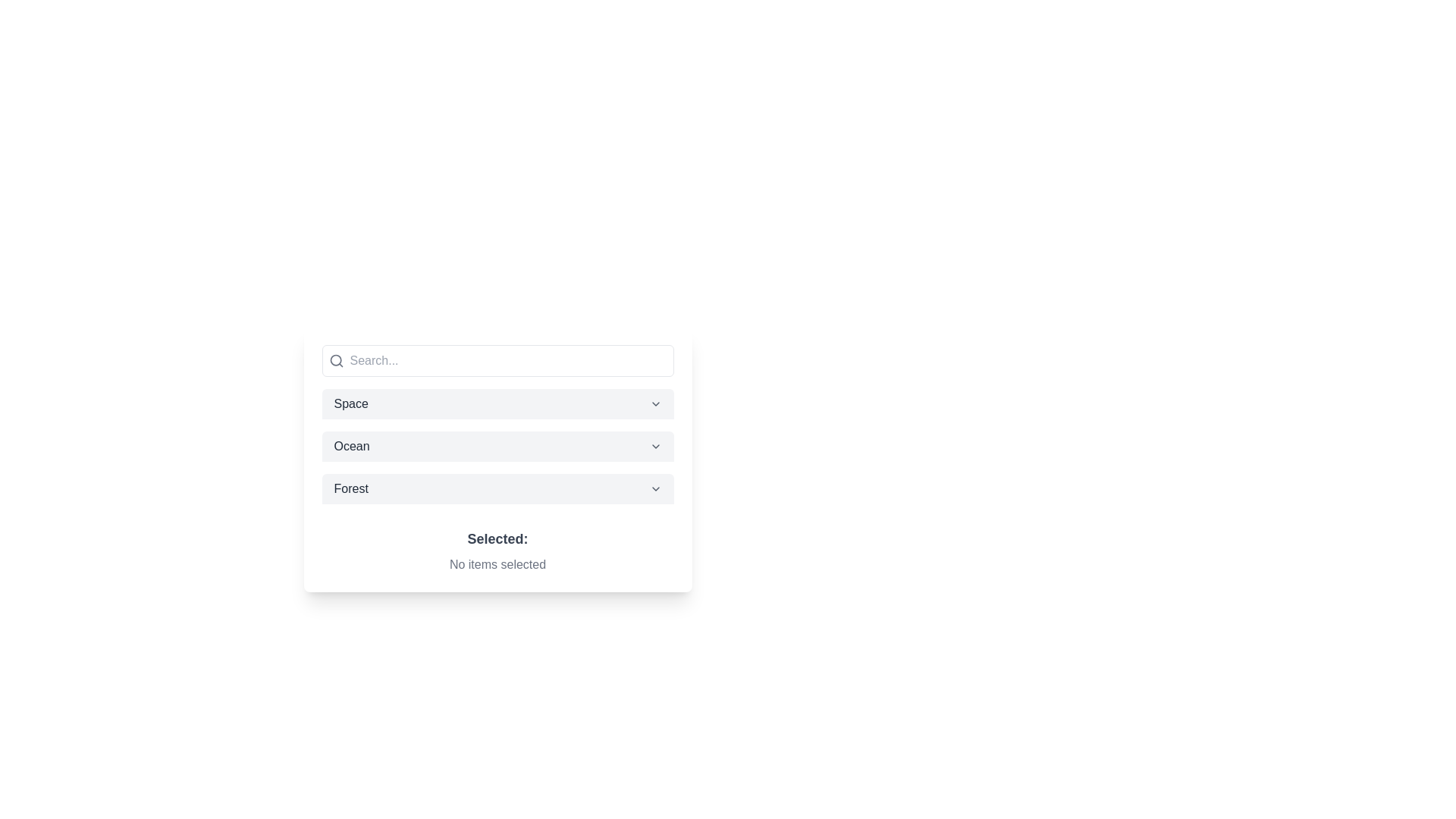  What do you see at coordinates (335, 360) in the screenshot?
I see `the search icon located at the start of the horizontal search bar, which serves as a visual cue for searching` at bounding box center [335, 360].